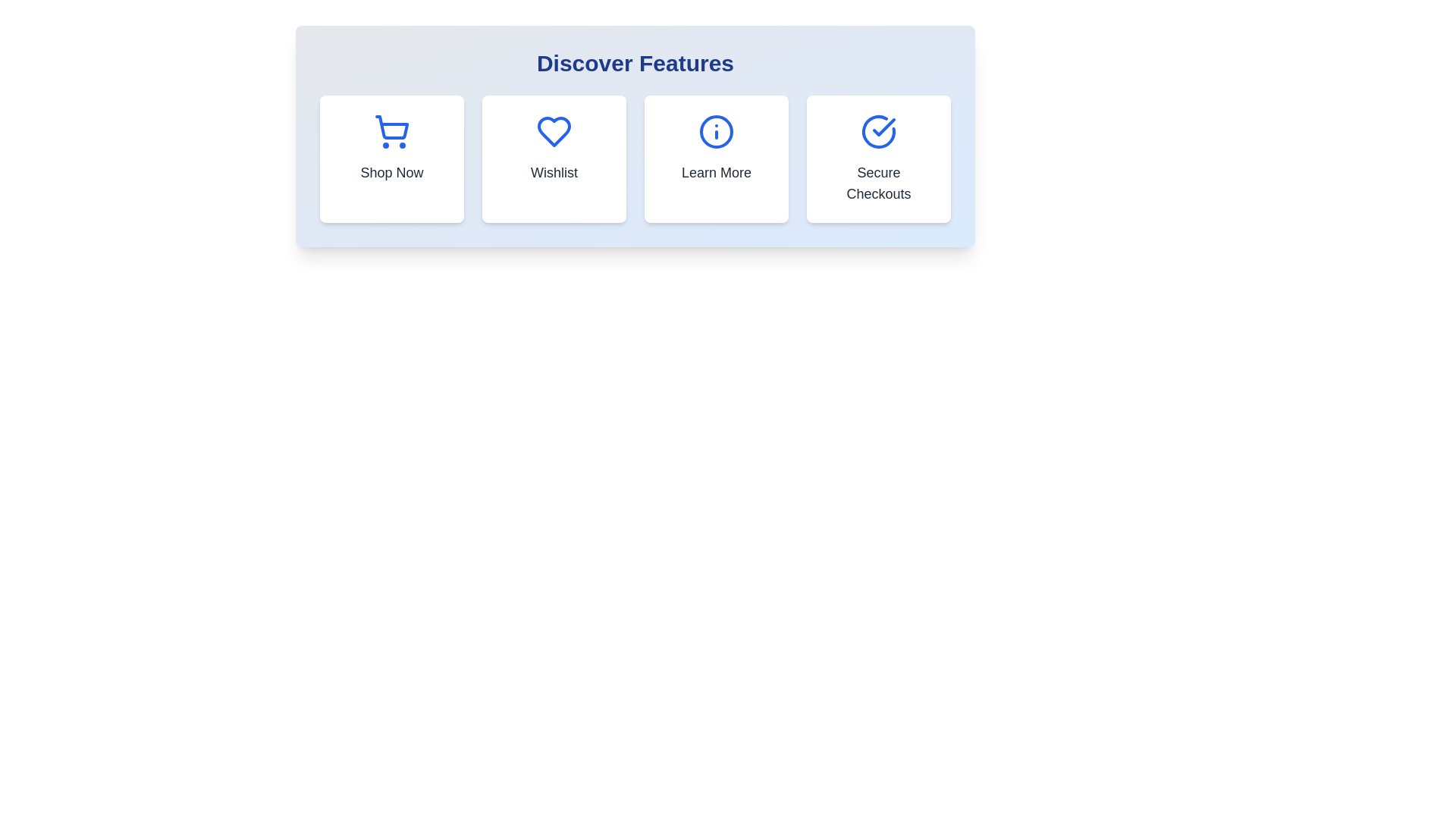 The width and height of the screenshot is (1456, 819). What do you see at coordinates (716, 158) in the screenshot?
I see `the 'Learn More' button, which has a white rectangular background with rounded corners and contains a blue information icon above gray text, located within the 'Discover Features' section` at bounding box center [716, 158].